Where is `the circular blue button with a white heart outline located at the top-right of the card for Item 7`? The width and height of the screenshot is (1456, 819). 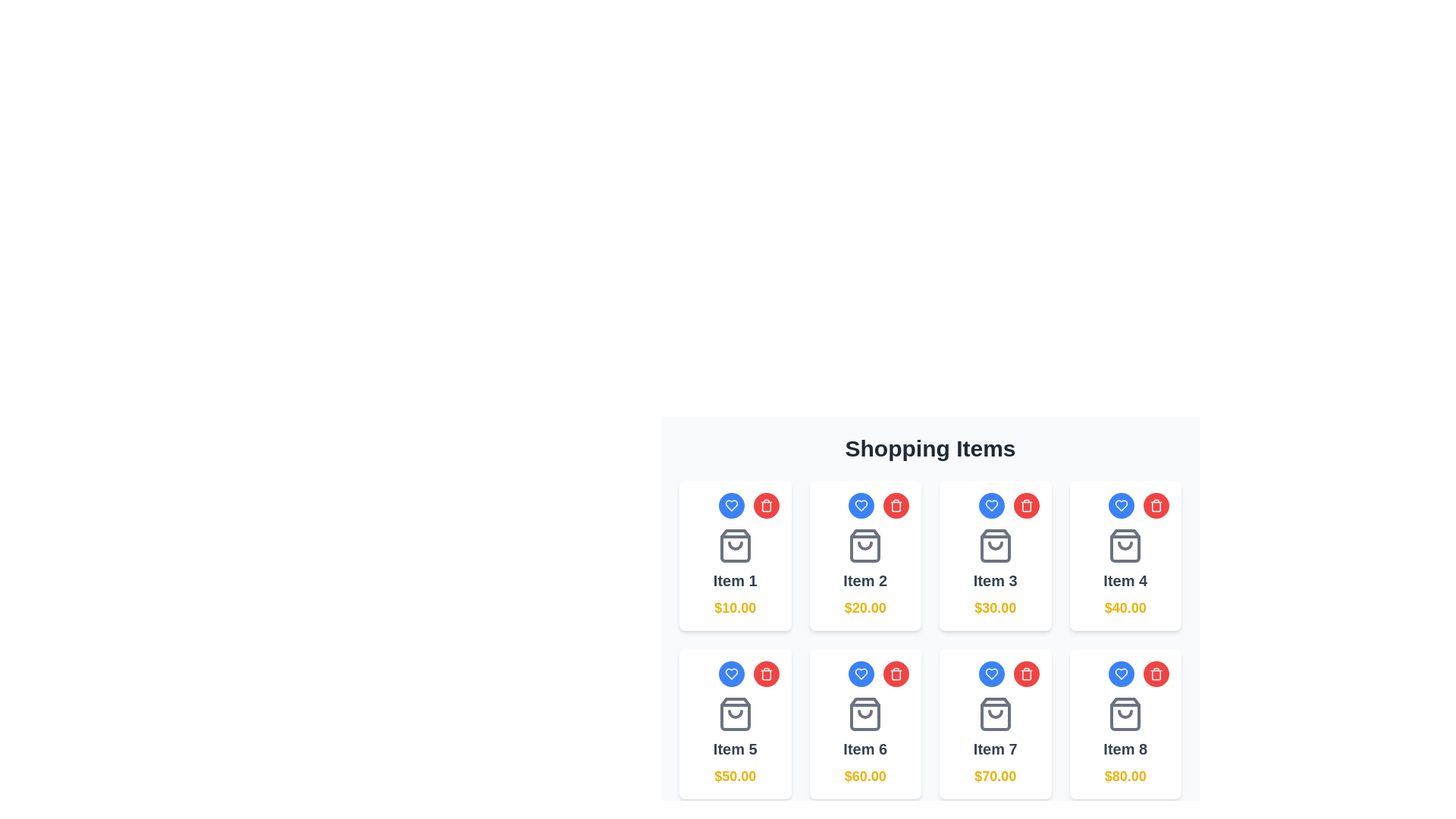 the circular blue button with a white heart outline located at the top-right of the card for Item 7 is located at coordinates (991, 673).